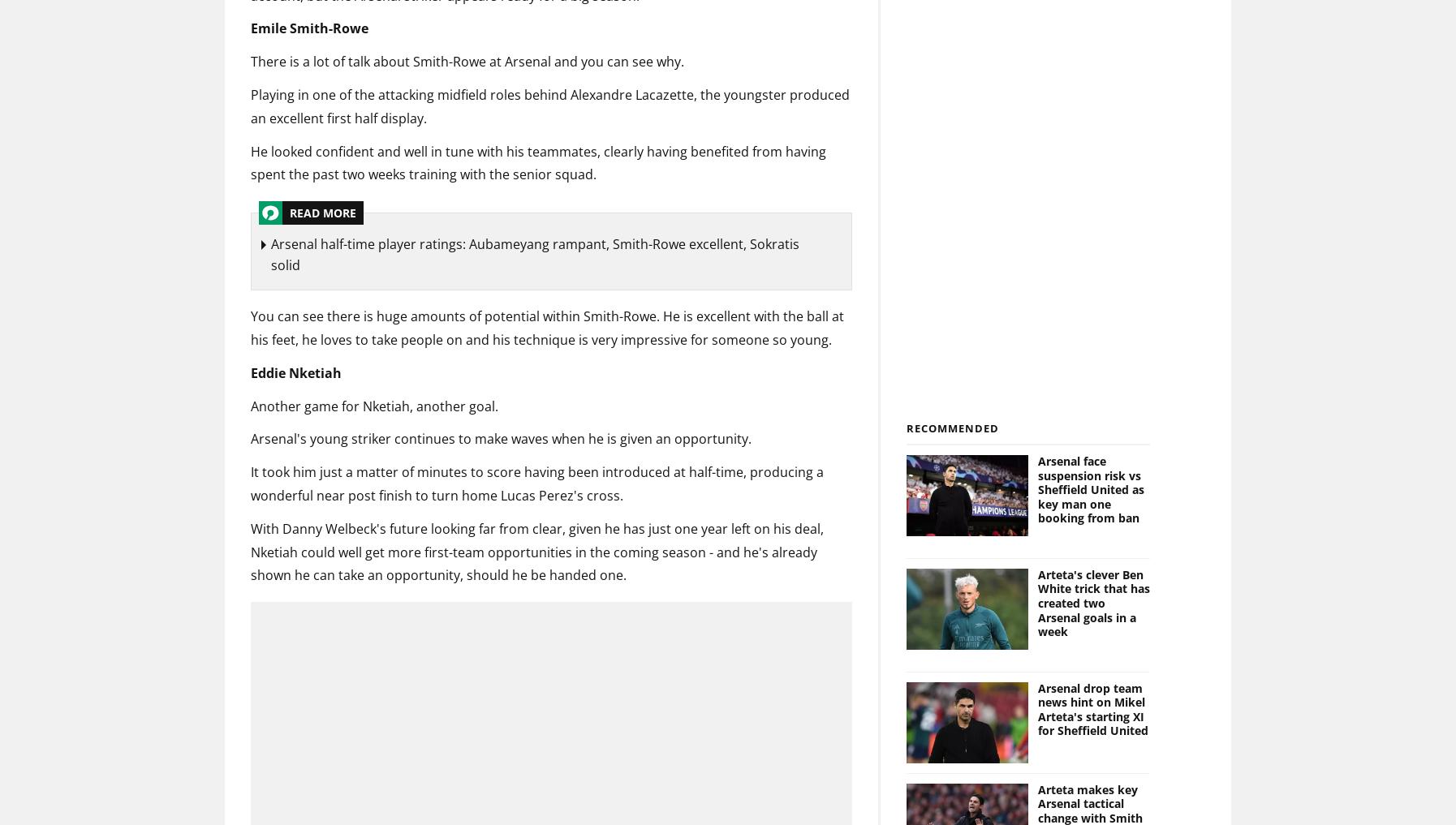  Describe the element at coordinates (308, 27) in the screenshot. I see `'Emile Smith-Rowe'` at that location.